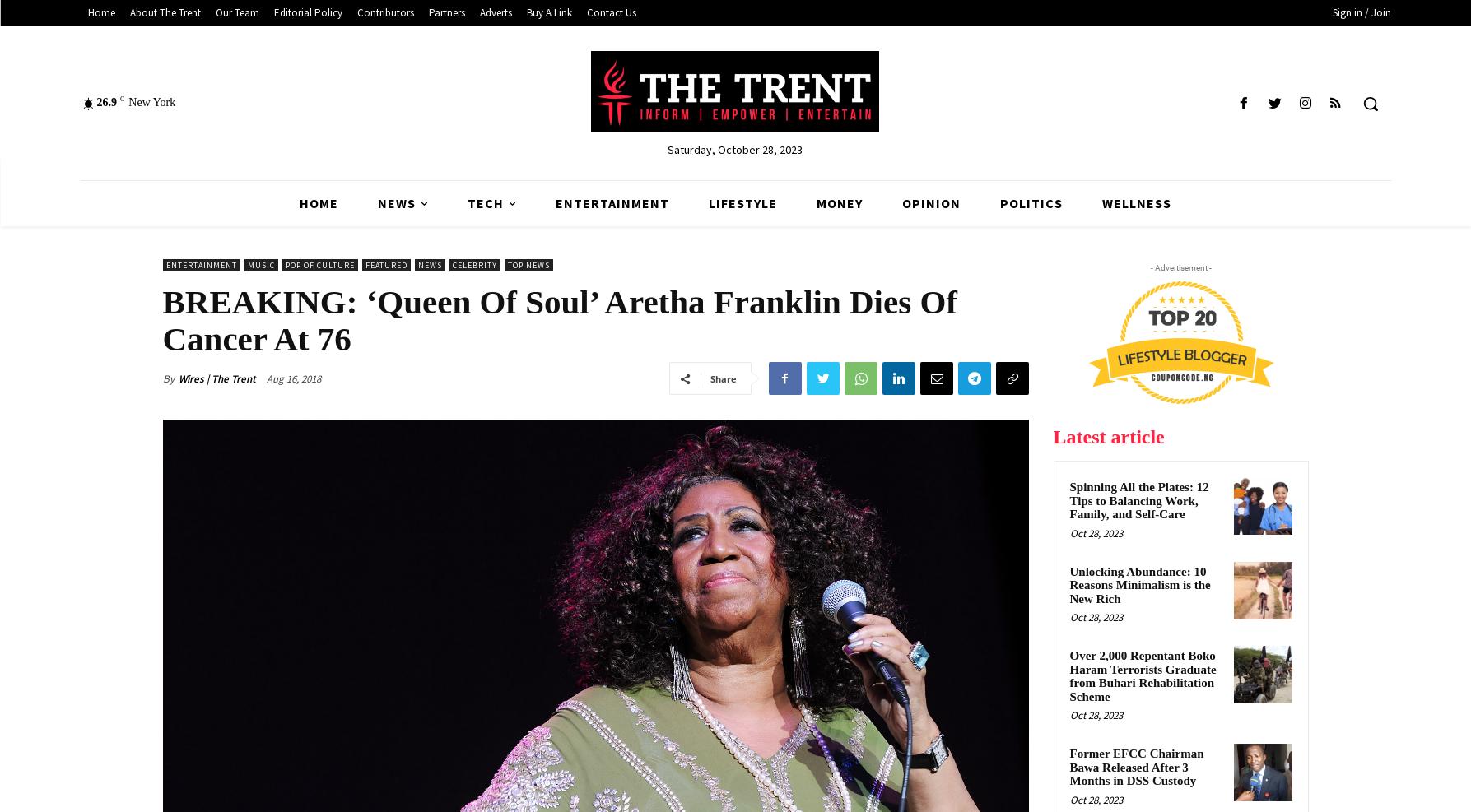 The height and width of the screenshot is (812, 1471). What do you see at coordinates (901, 203) in the screenshot?
I see `'Opinion'` at bounding box center [901, 203].